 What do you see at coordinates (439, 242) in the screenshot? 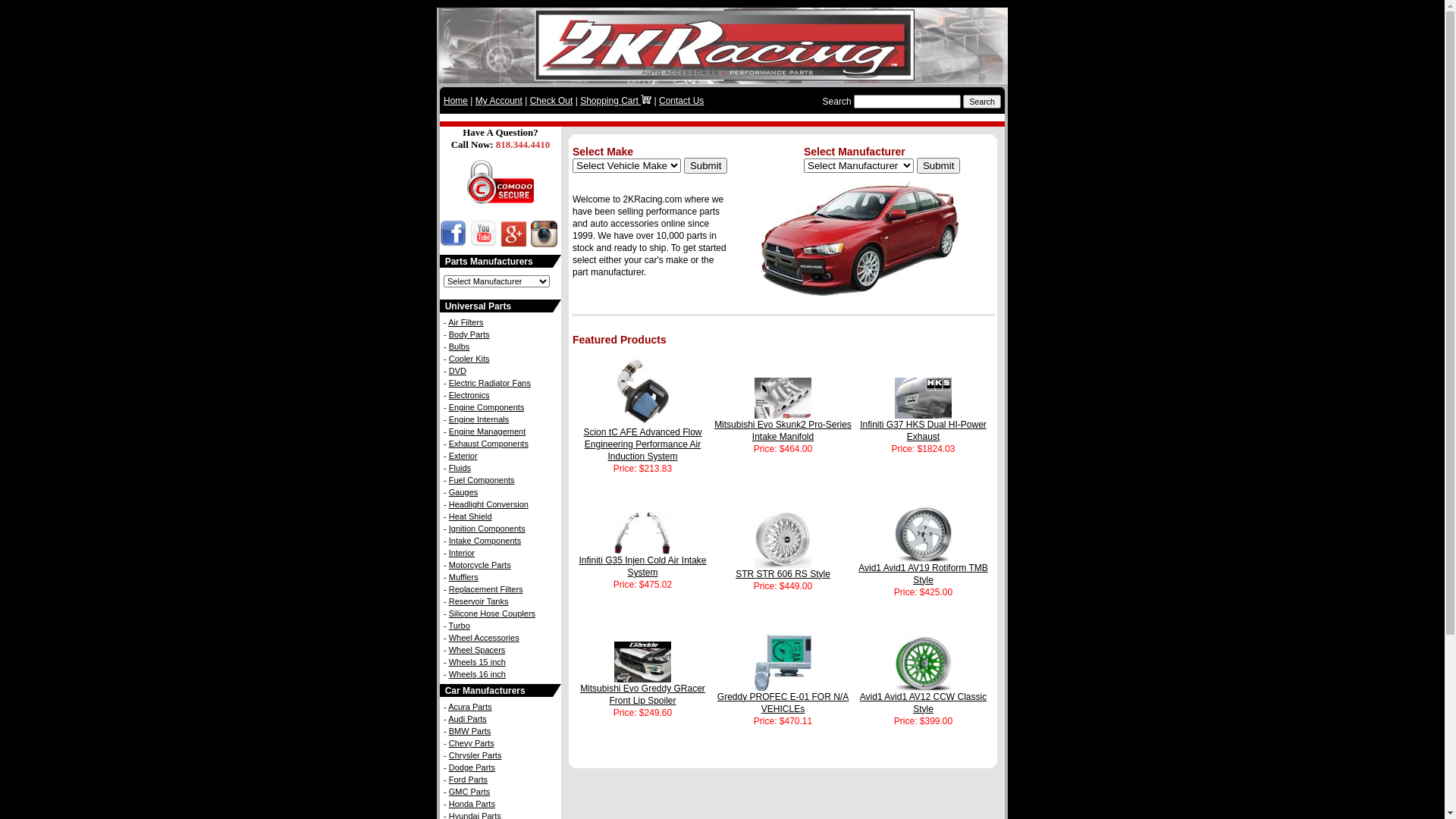
I see `'2KRacing Facebook Page - Like Us!'` at bounding box center [439, 242].